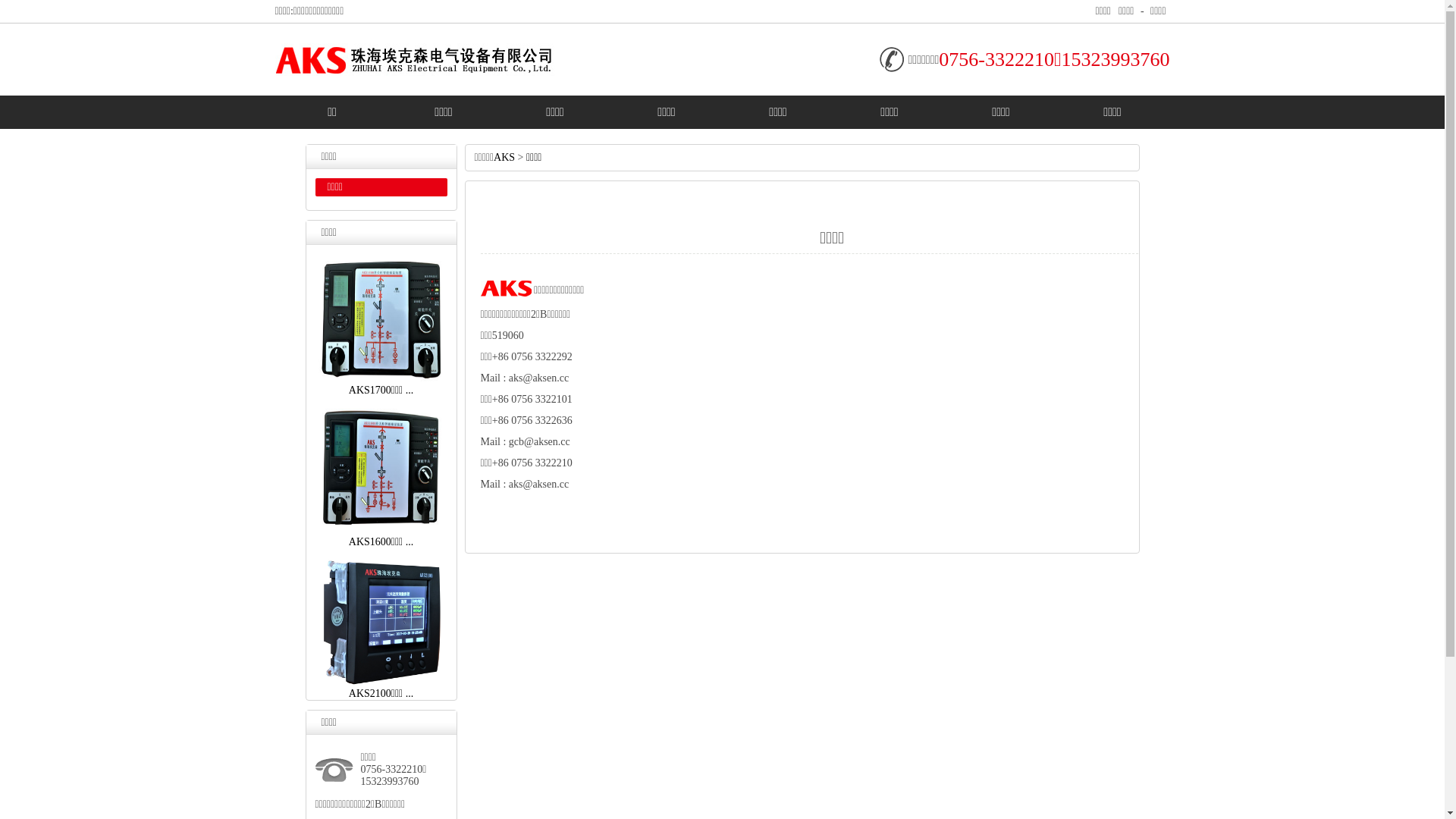 The height and width of the screenshot is (819, 1456). Describe the element at coordinates (504, 157) in the screenshot. I see `'AKS'` at that location.